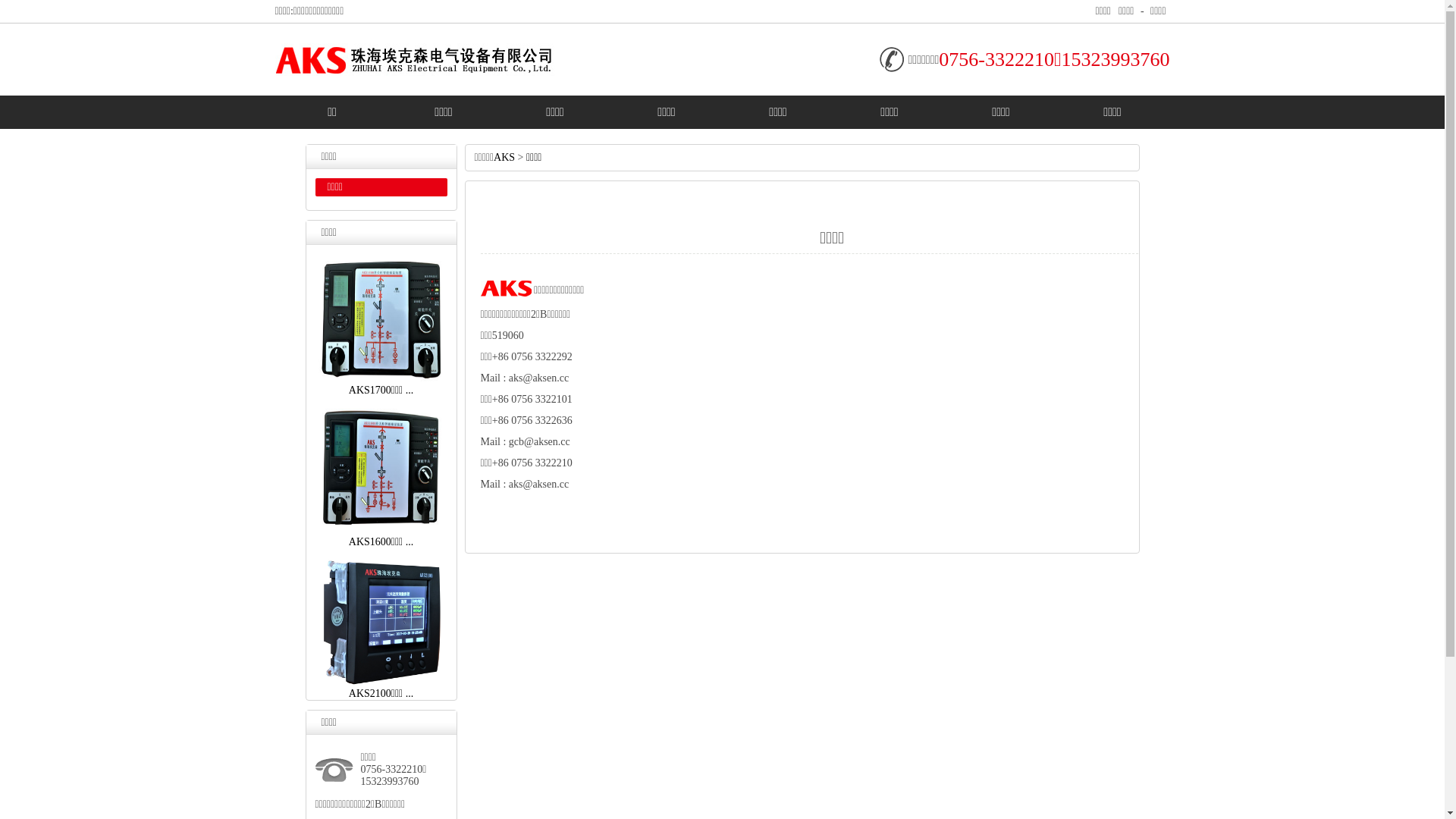 The height and width of the screenshot is (819, 1456). Describe the element at coordinates (504, 157) in the screenshot. I see `'AKS'` at that location.